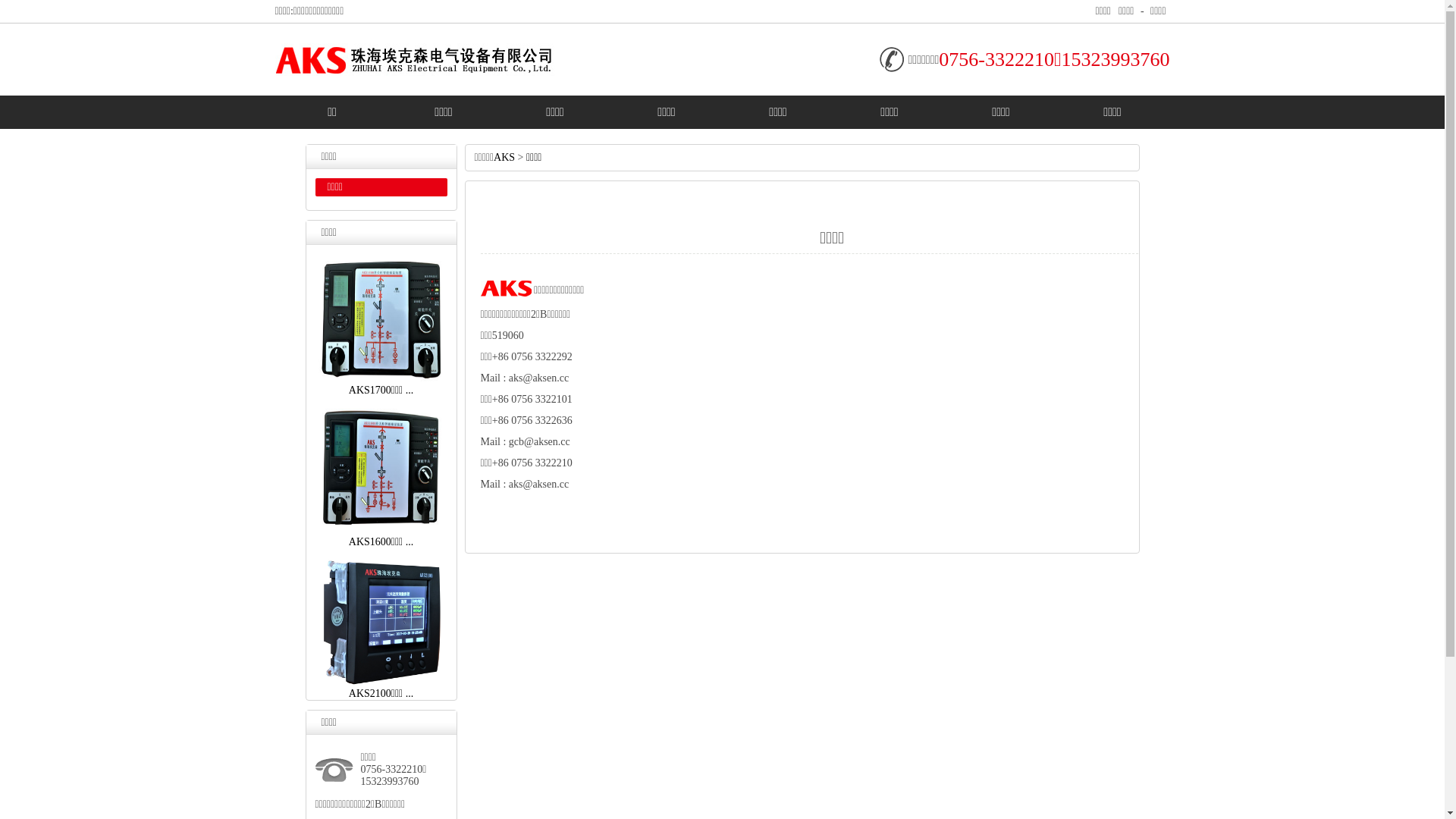 The height and width of the screenshot is (819, 1456). Describe the element at coordinates (504, 157) in the screenshot. I see `'AKS'` at that location.